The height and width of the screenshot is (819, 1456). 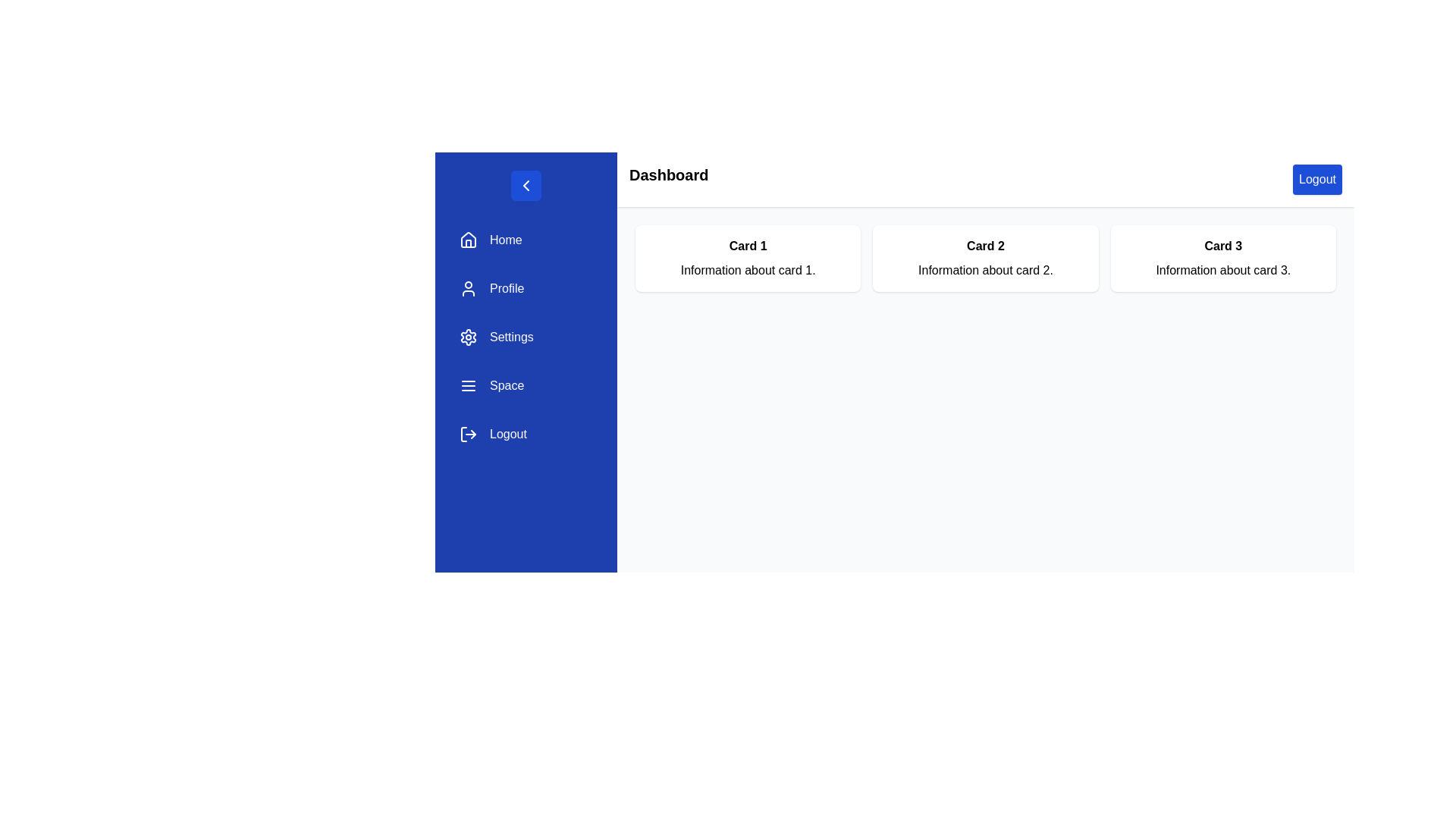 I want to click on the text element containing 'Information about card 3.' which is styled as plain text within the card labeled 'Card 3', so click(x=1223, y=270).